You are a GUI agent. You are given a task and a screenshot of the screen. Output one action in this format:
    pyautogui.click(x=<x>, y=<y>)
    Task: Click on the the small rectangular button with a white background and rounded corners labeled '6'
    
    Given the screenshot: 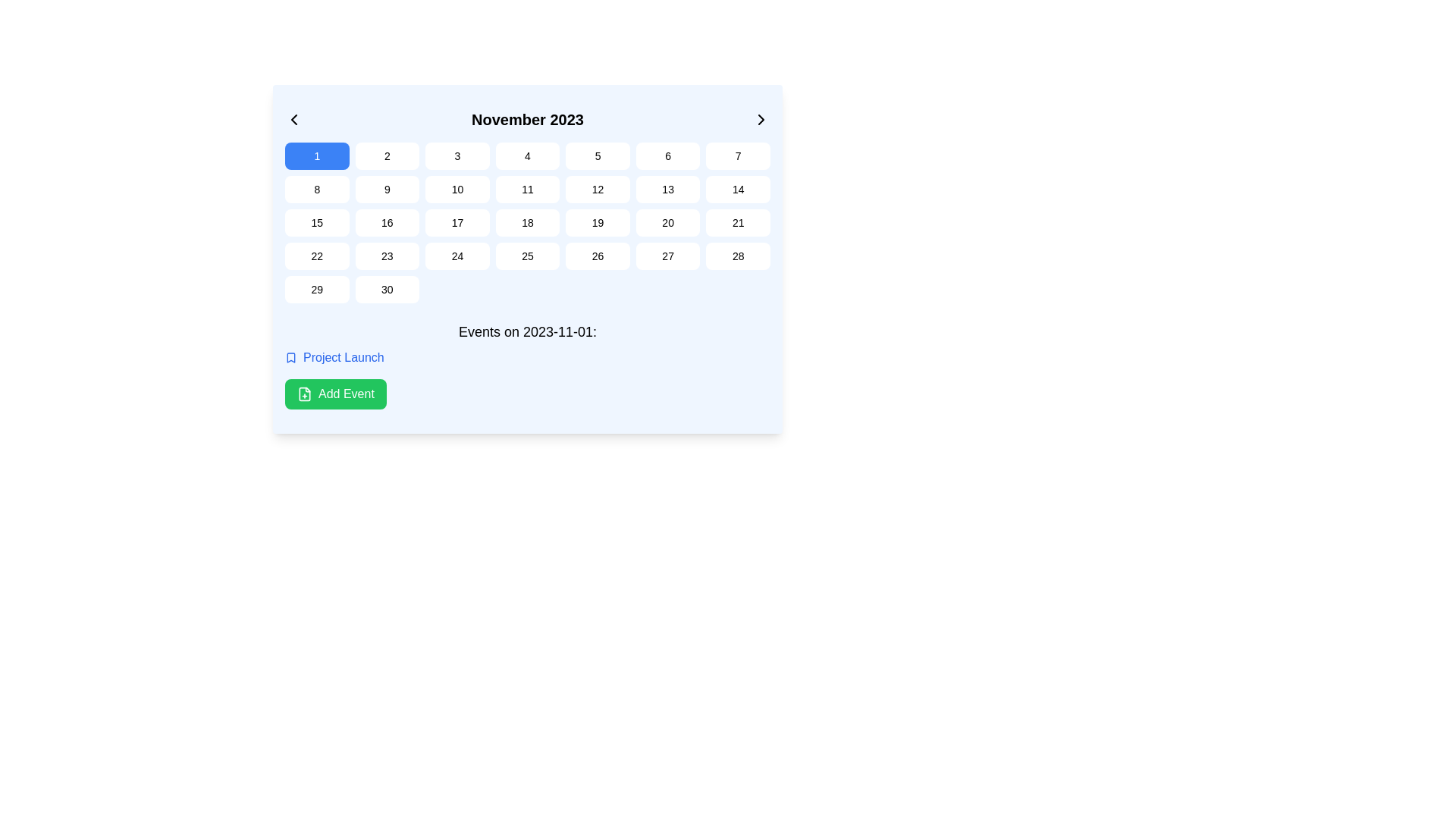 What is the action you would take?
    pyautogui.click(x=667, y=155)
    